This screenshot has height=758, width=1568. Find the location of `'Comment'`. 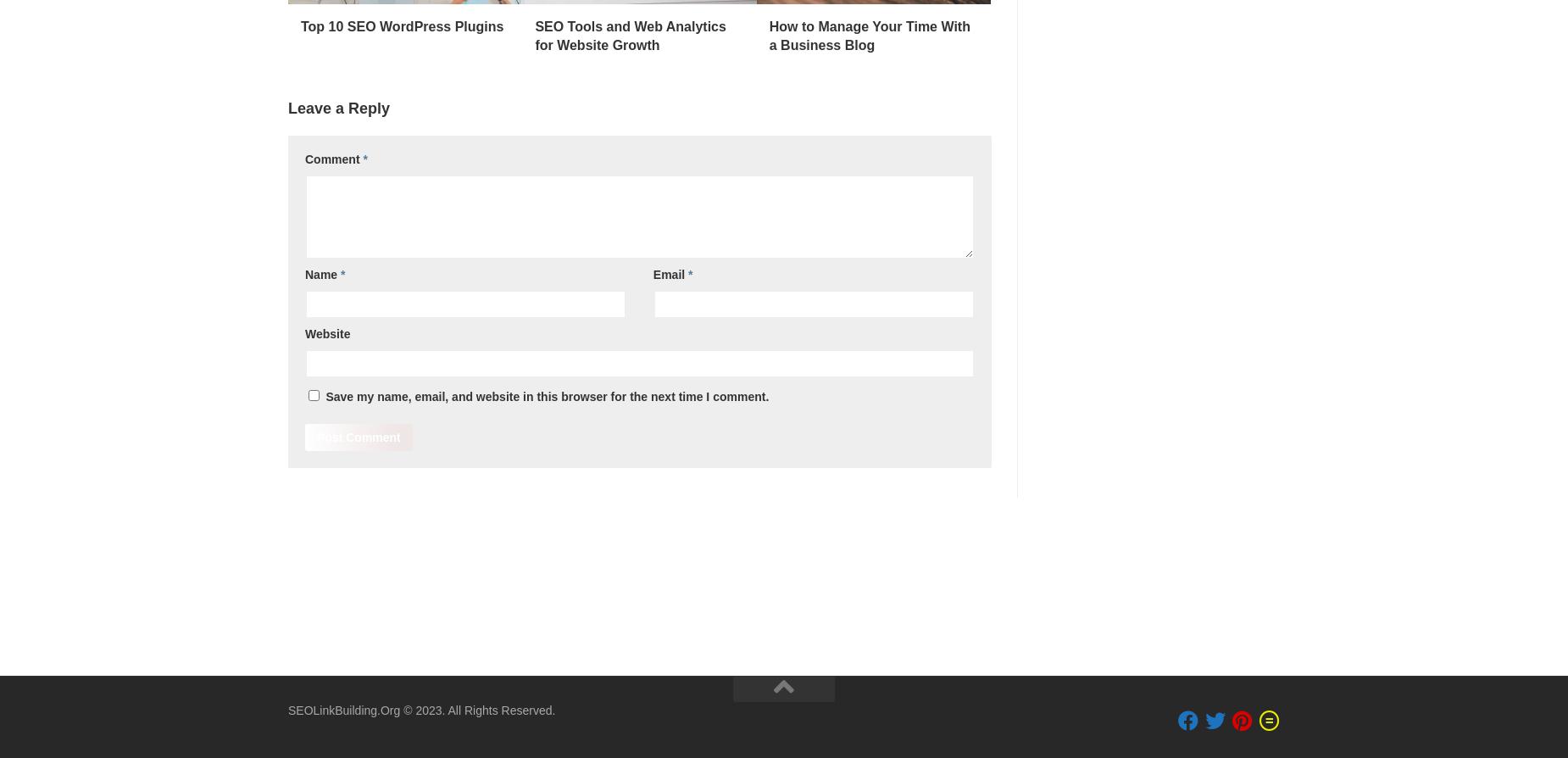

'Comment' is located at coordinates (304, 159).